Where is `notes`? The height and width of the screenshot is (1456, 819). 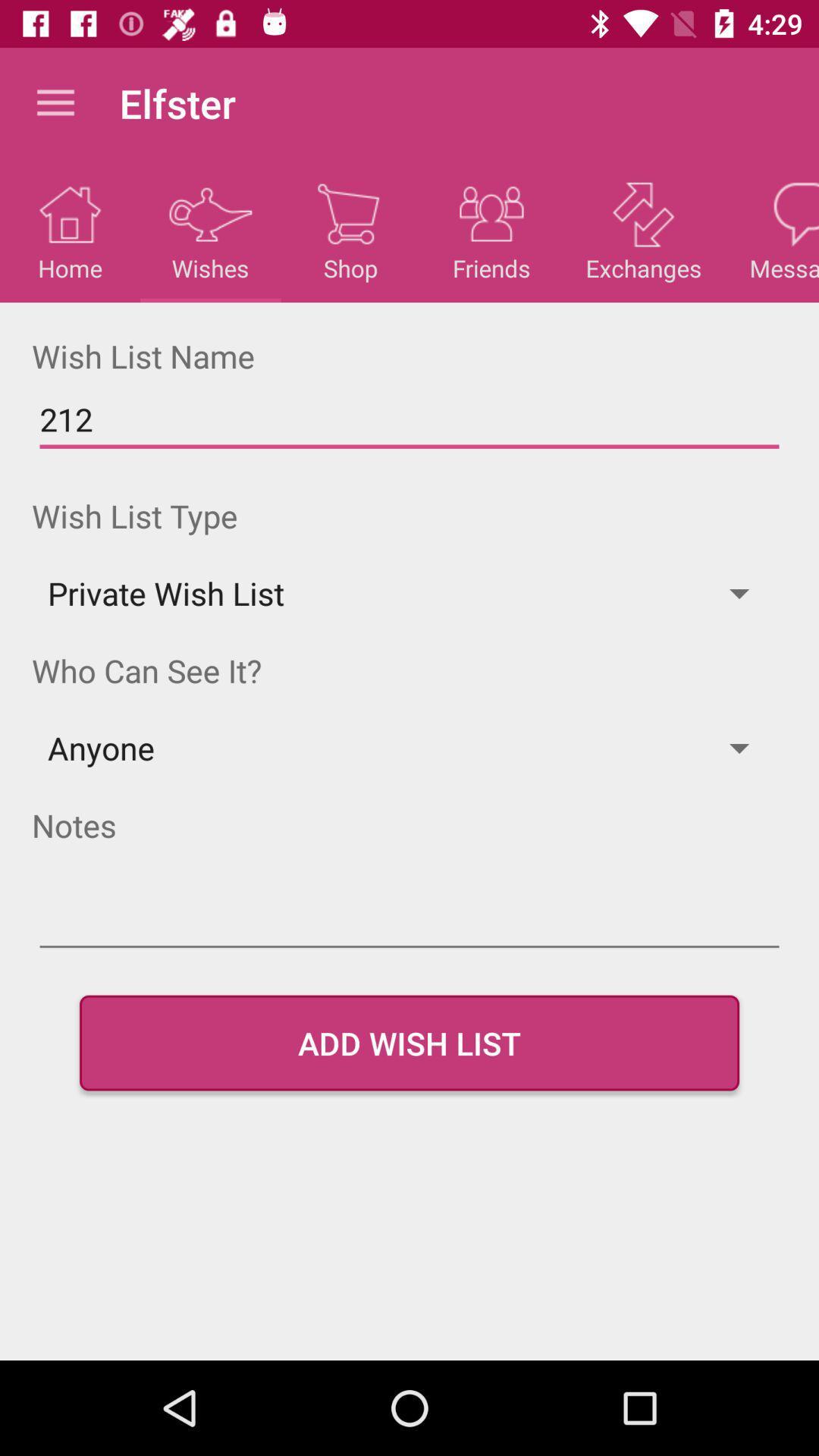 notes is located at coordinates (409, 920).